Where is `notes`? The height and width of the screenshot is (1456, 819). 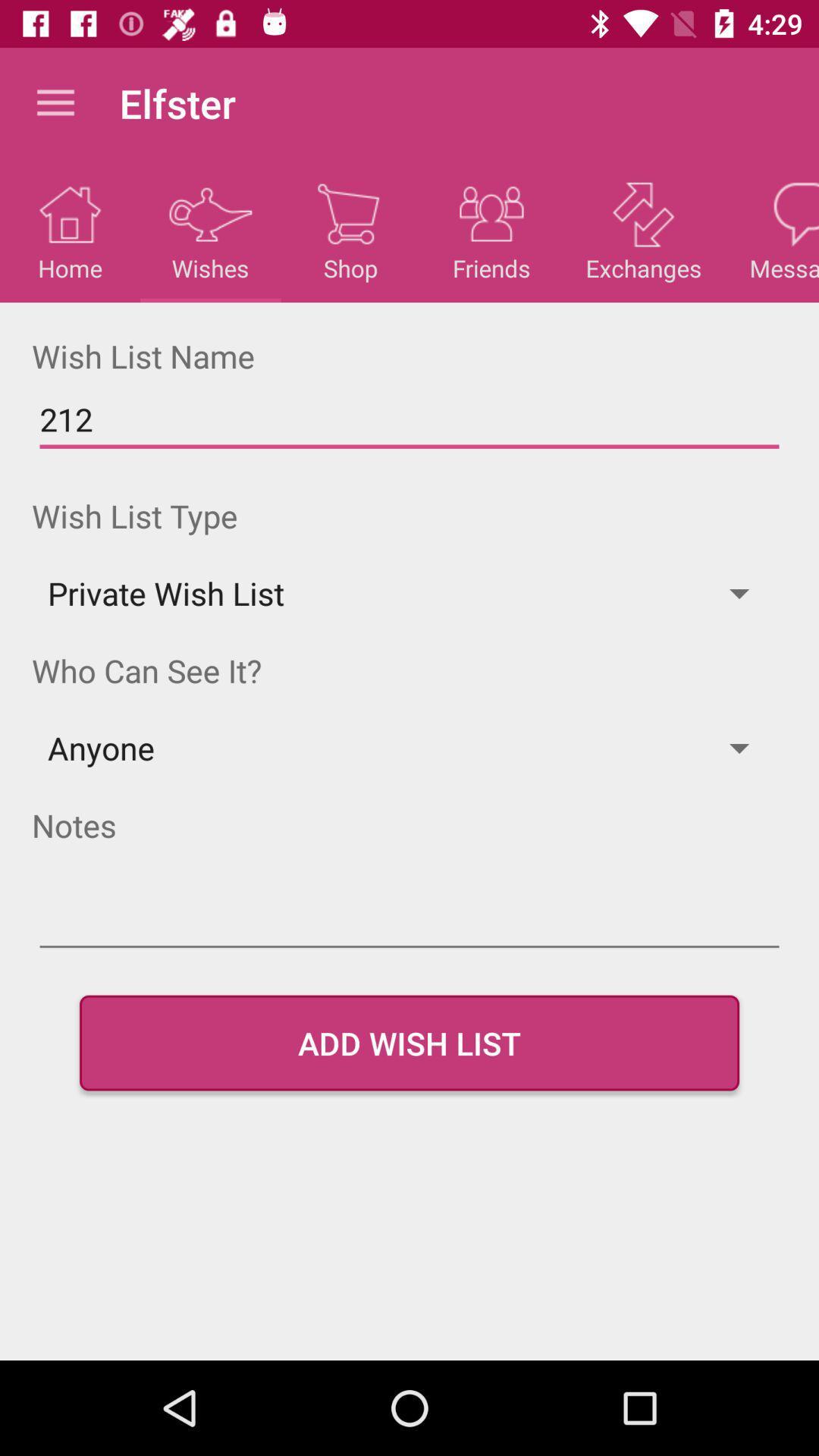 notes is located at coordinates (409, 920).